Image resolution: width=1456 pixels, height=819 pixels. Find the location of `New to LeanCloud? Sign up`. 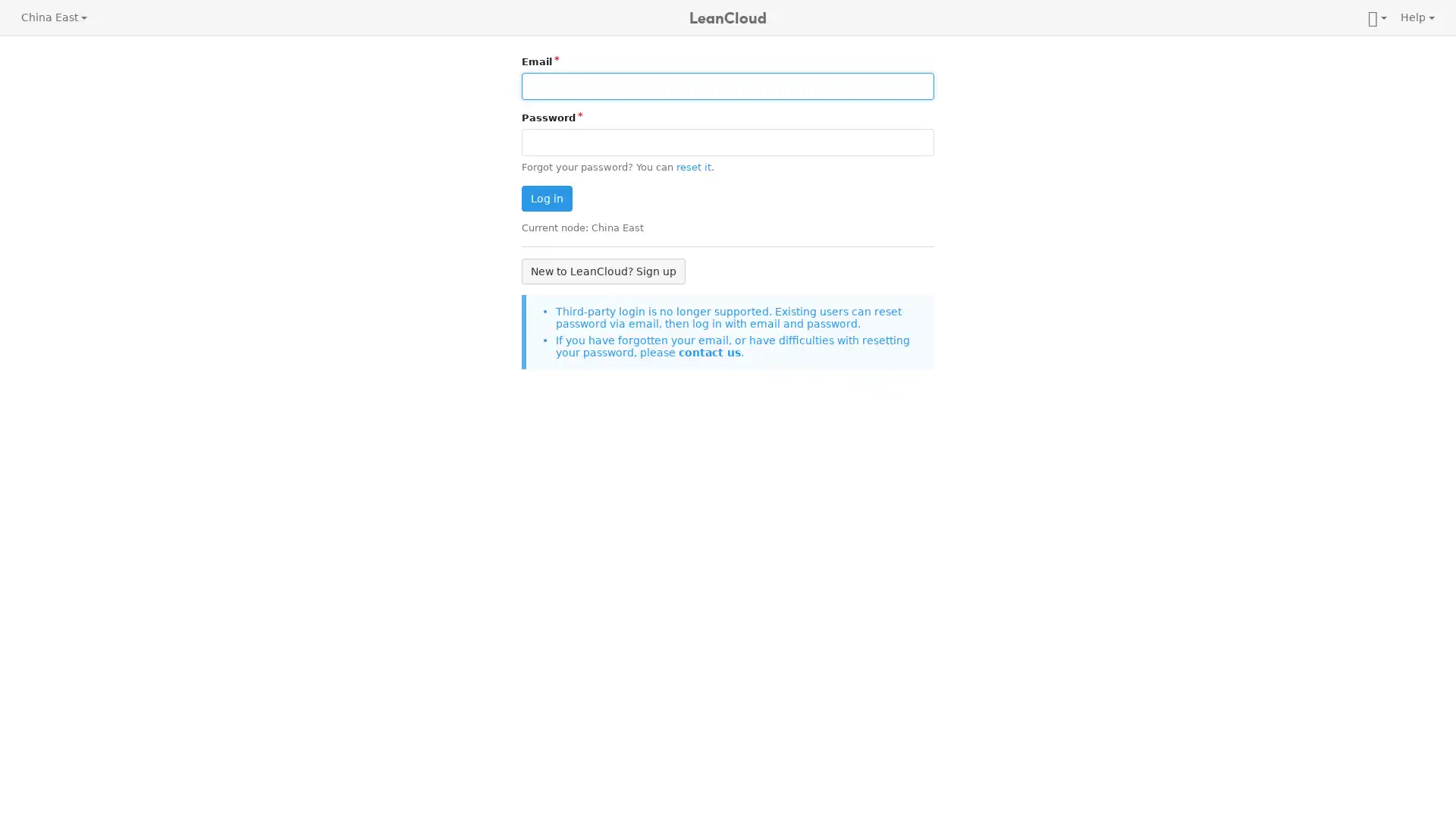

New to LeanCloud? Sign up is located at coordinates (603, 270).